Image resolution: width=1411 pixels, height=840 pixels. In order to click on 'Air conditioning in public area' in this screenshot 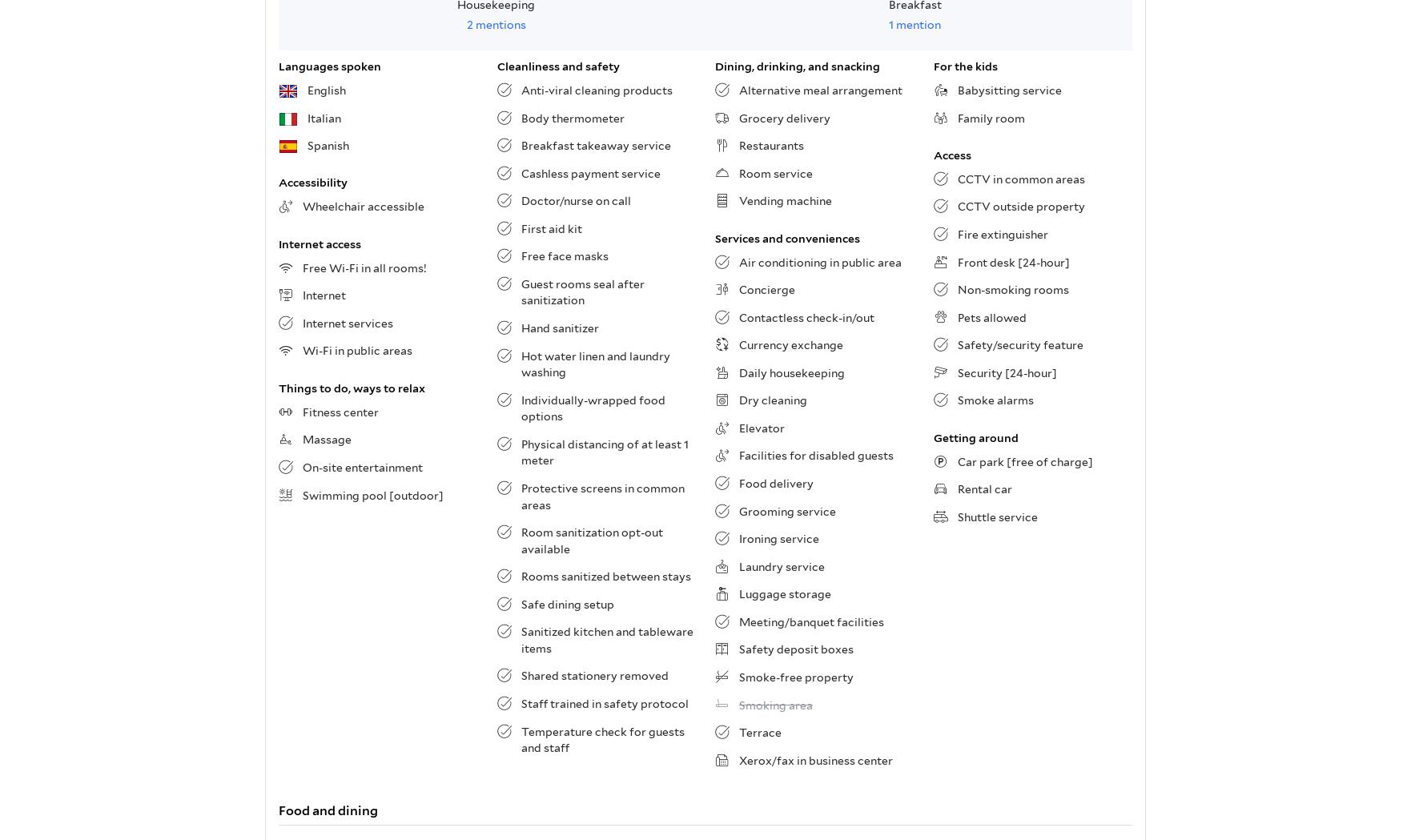, I will do `click(820, 260)`.